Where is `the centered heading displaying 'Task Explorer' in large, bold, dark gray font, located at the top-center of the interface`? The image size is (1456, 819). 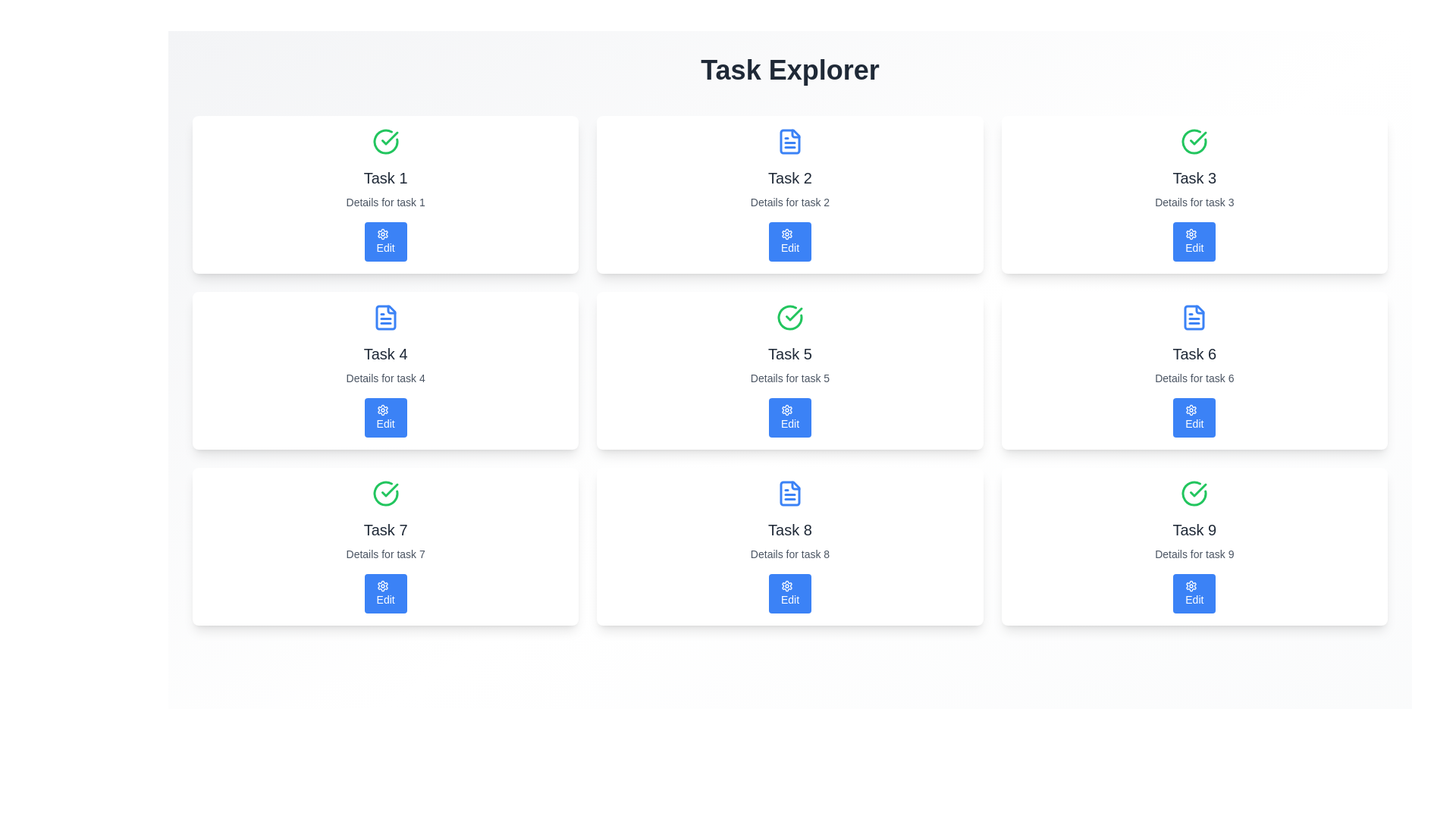 the centered heading displaying 'Task Explorer' in large, bold, dark gray font, located at the top-center of the interface is located at coordinates (789, 70).